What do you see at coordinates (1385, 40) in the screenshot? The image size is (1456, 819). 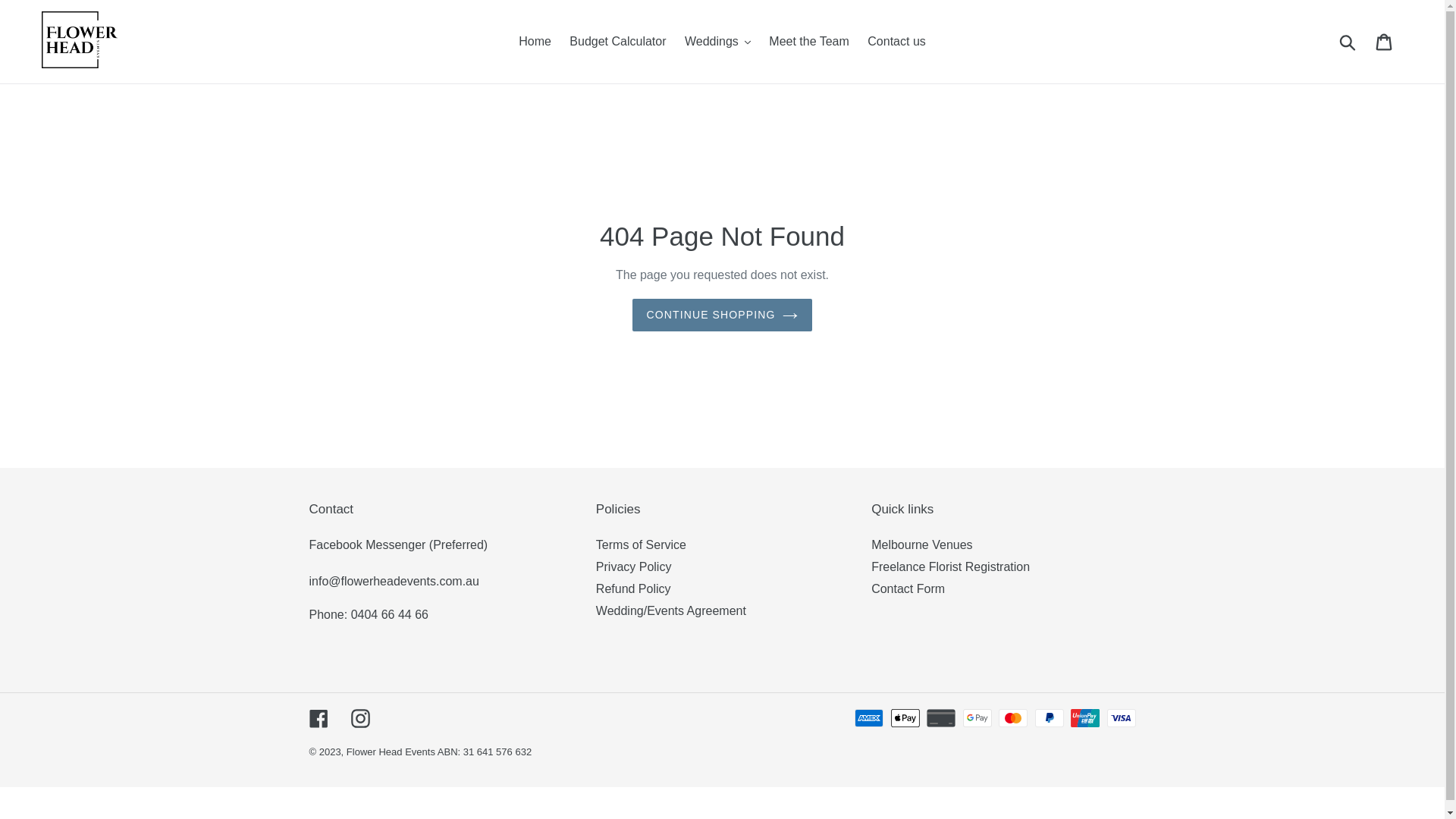 I see `'Cart'` at bounding box center [1385, 40].